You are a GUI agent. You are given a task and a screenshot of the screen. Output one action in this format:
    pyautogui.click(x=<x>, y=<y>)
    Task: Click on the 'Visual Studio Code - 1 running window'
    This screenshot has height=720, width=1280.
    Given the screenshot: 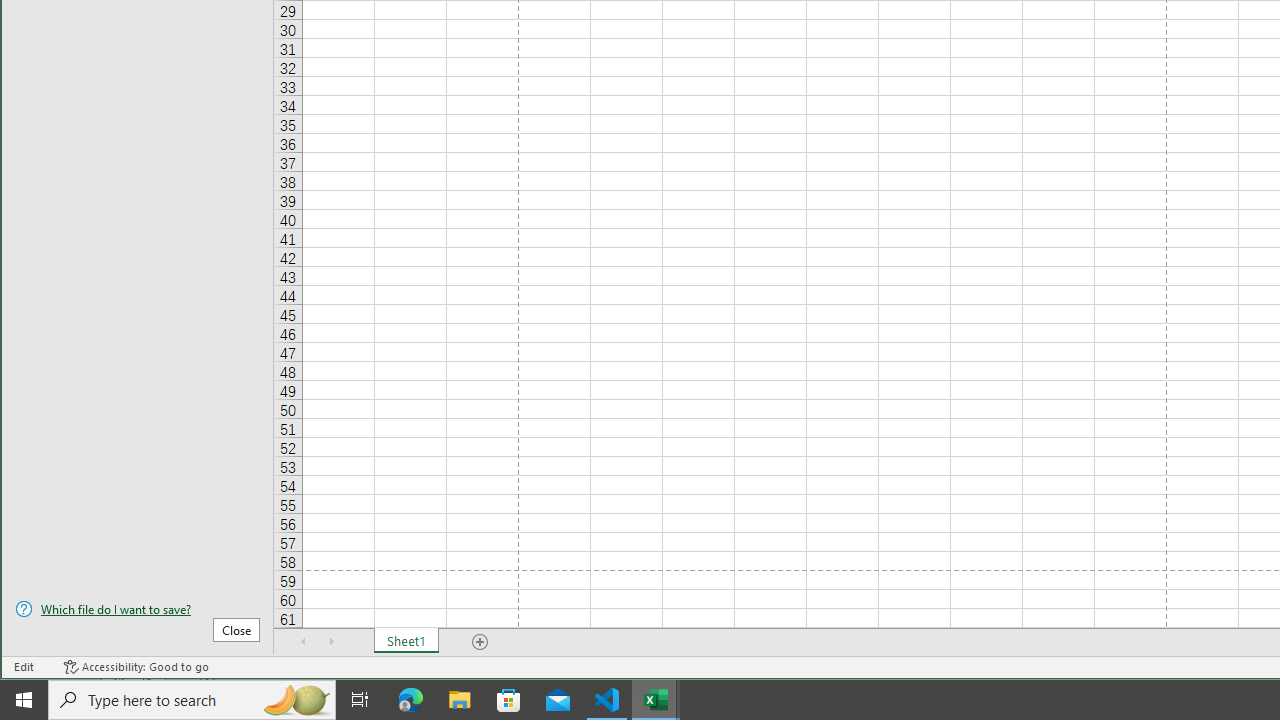 What is the action you would take?
    pyautogui.click(x=606, y=698)
    